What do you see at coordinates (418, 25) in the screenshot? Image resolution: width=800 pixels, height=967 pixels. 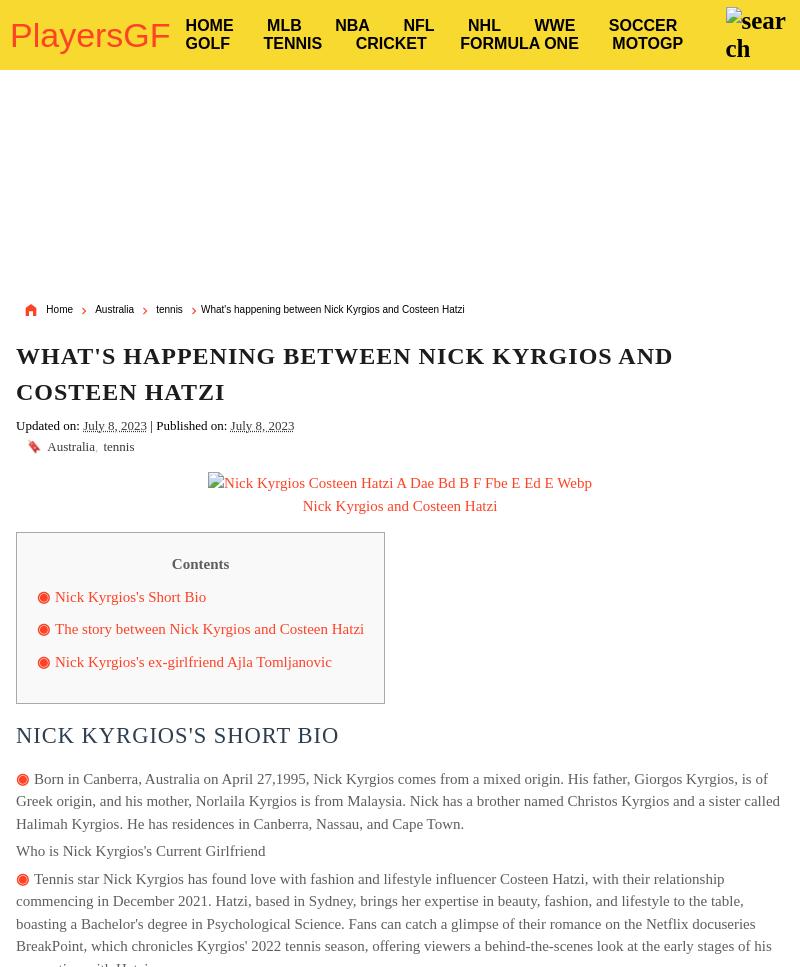 I see `'NFL'` at bounding box center [418, 25].